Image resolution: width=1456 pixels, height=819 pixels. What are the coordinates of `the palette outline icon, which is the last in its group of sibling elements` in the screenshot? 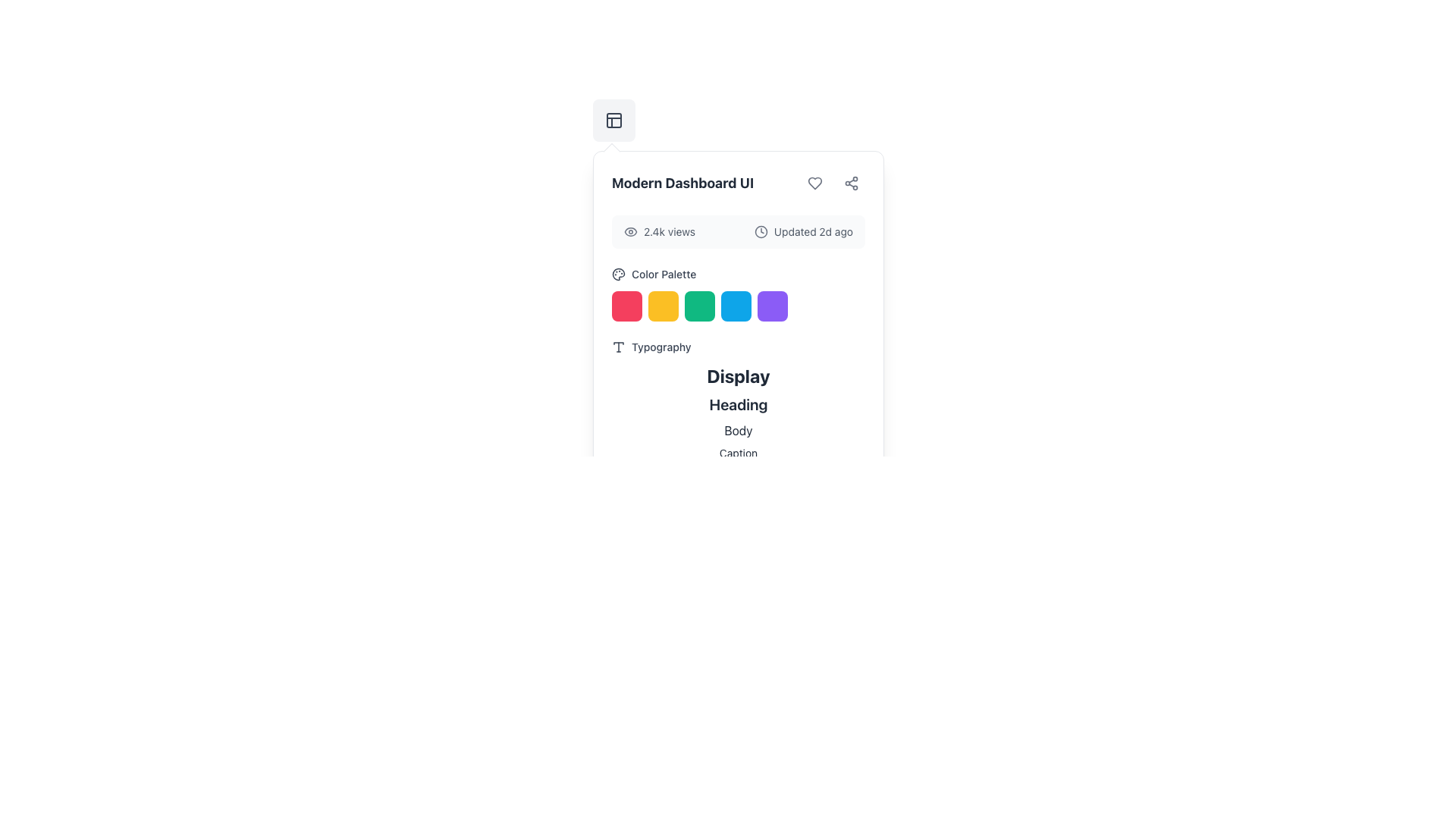 It's located at (618, 275).